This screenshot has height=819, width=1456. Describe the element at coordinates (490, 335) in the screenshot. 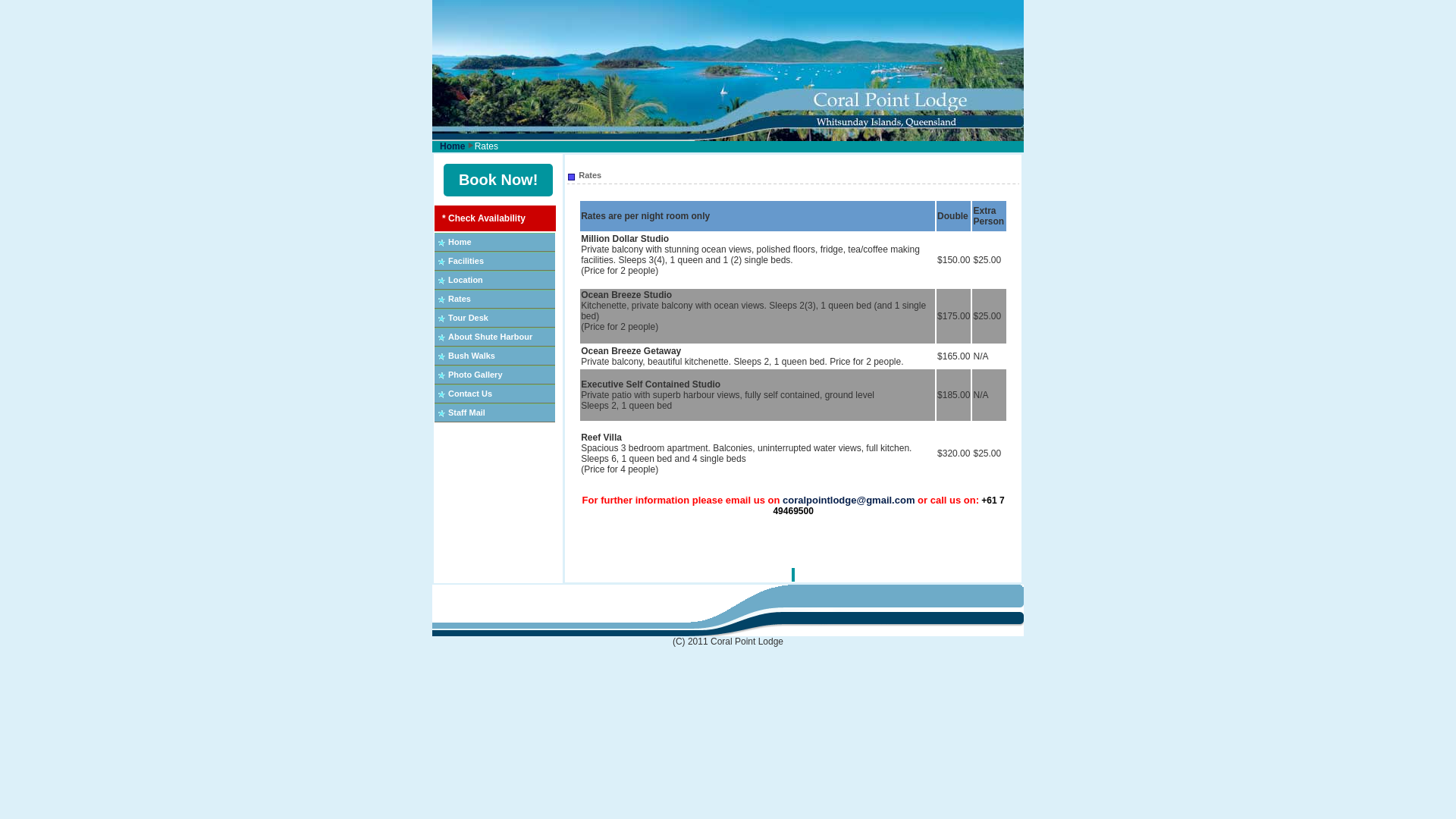

I see `'About Shute Harbour'` at that location.